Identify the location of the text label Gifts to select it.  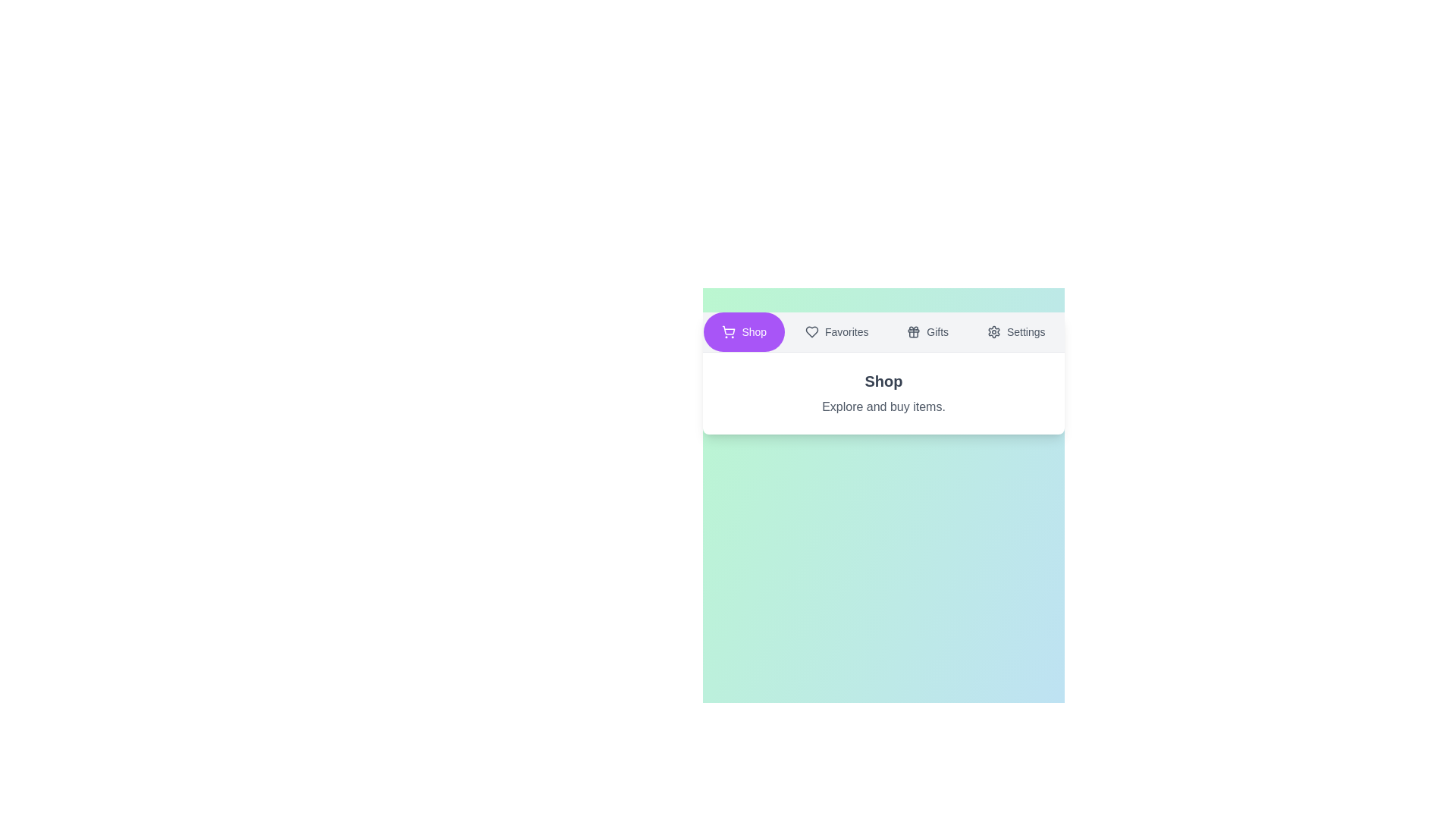
(927, 331).